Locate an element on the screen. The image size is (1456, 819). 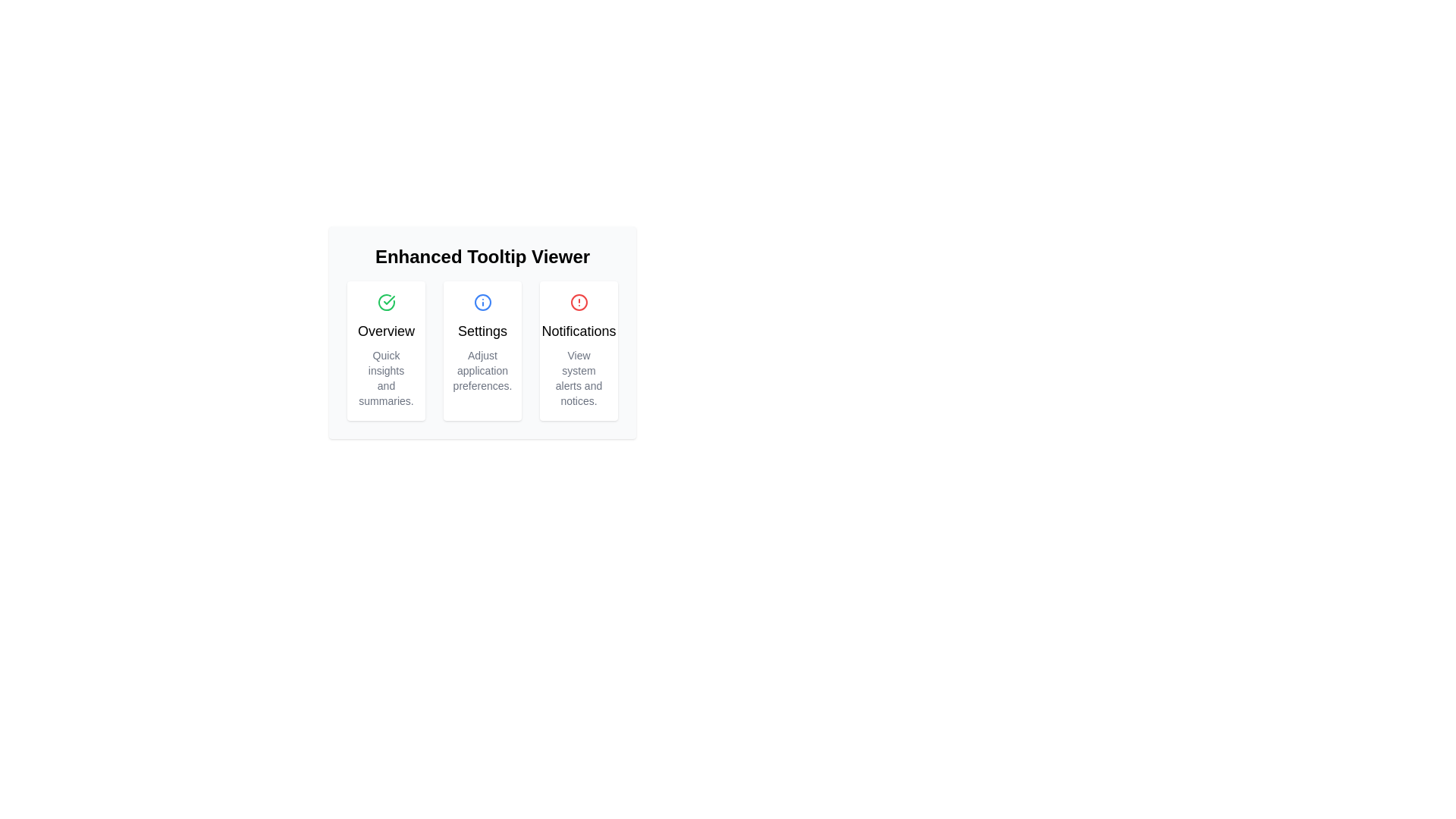
content displayed in the information panel that contains quick access options for Overview, Settings, and Notifications, located centrally within the interface is located at coordinates (482, 334).